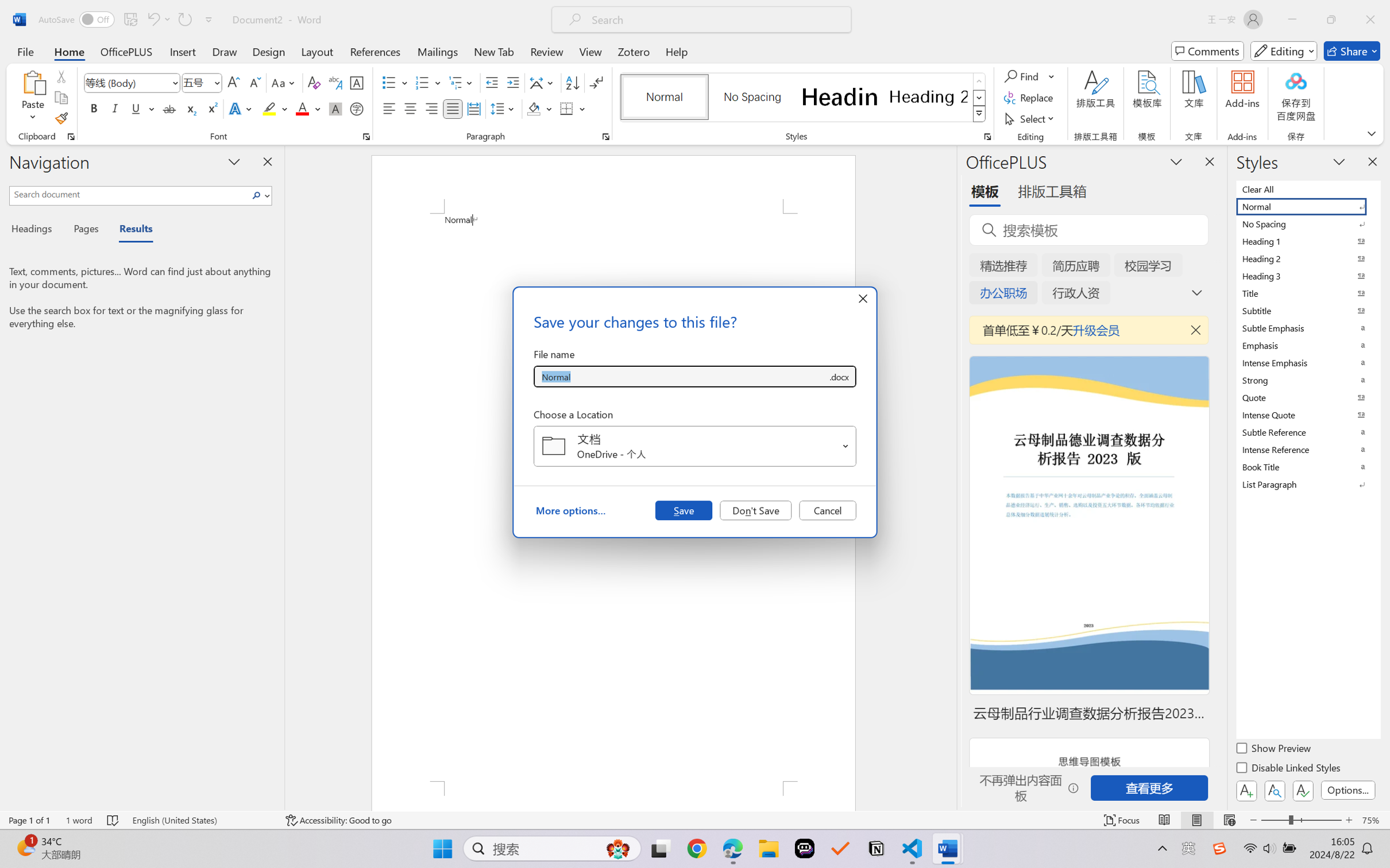  What do you see at coordinates (202, 83) in the screenshot?
I see `'Font Size'` at bounding box center [202, 83].